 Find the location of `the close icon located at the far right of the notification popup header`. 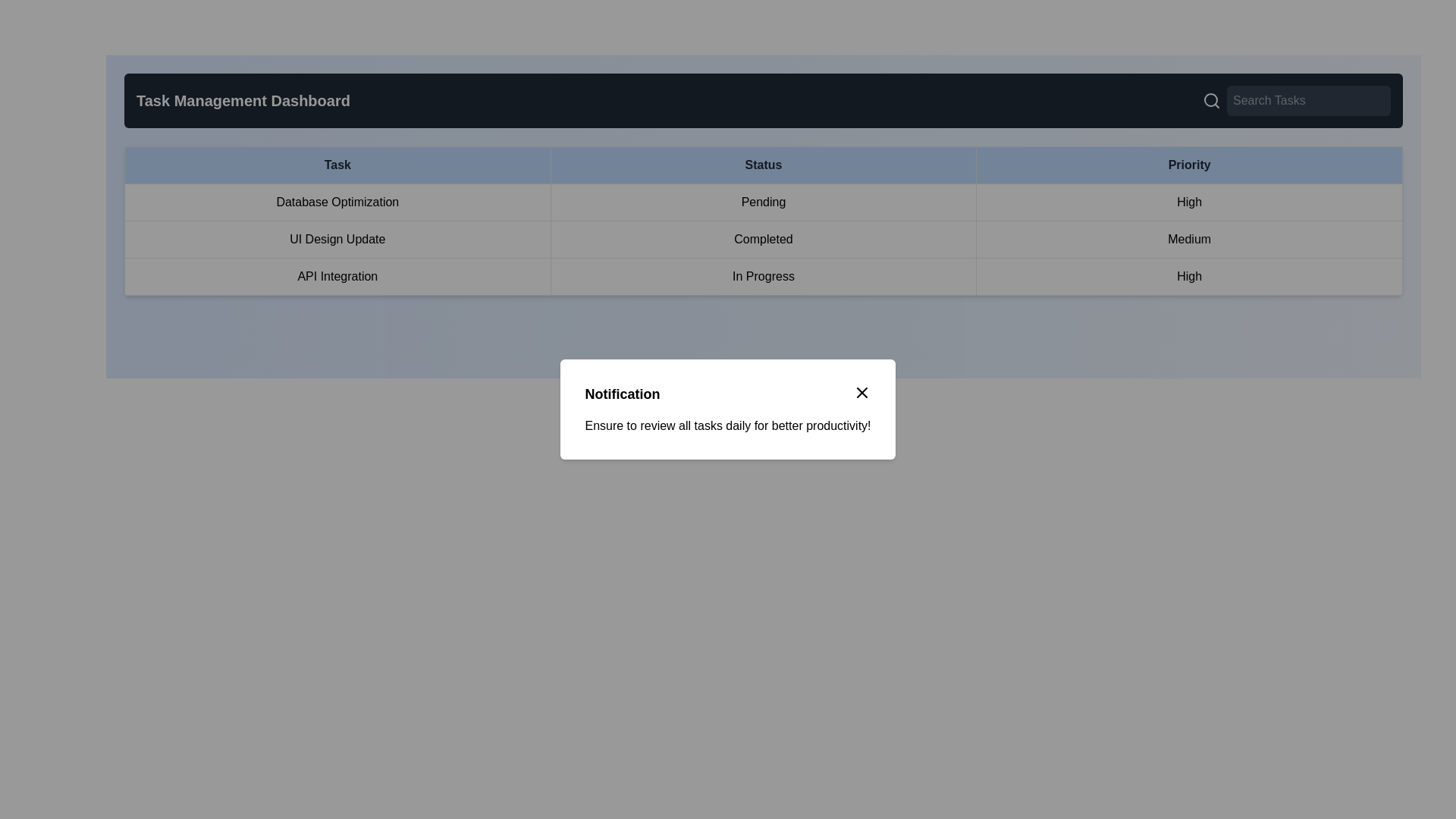

the close icon located at the far right of the notification popup header is located at coordinates (861, 391).